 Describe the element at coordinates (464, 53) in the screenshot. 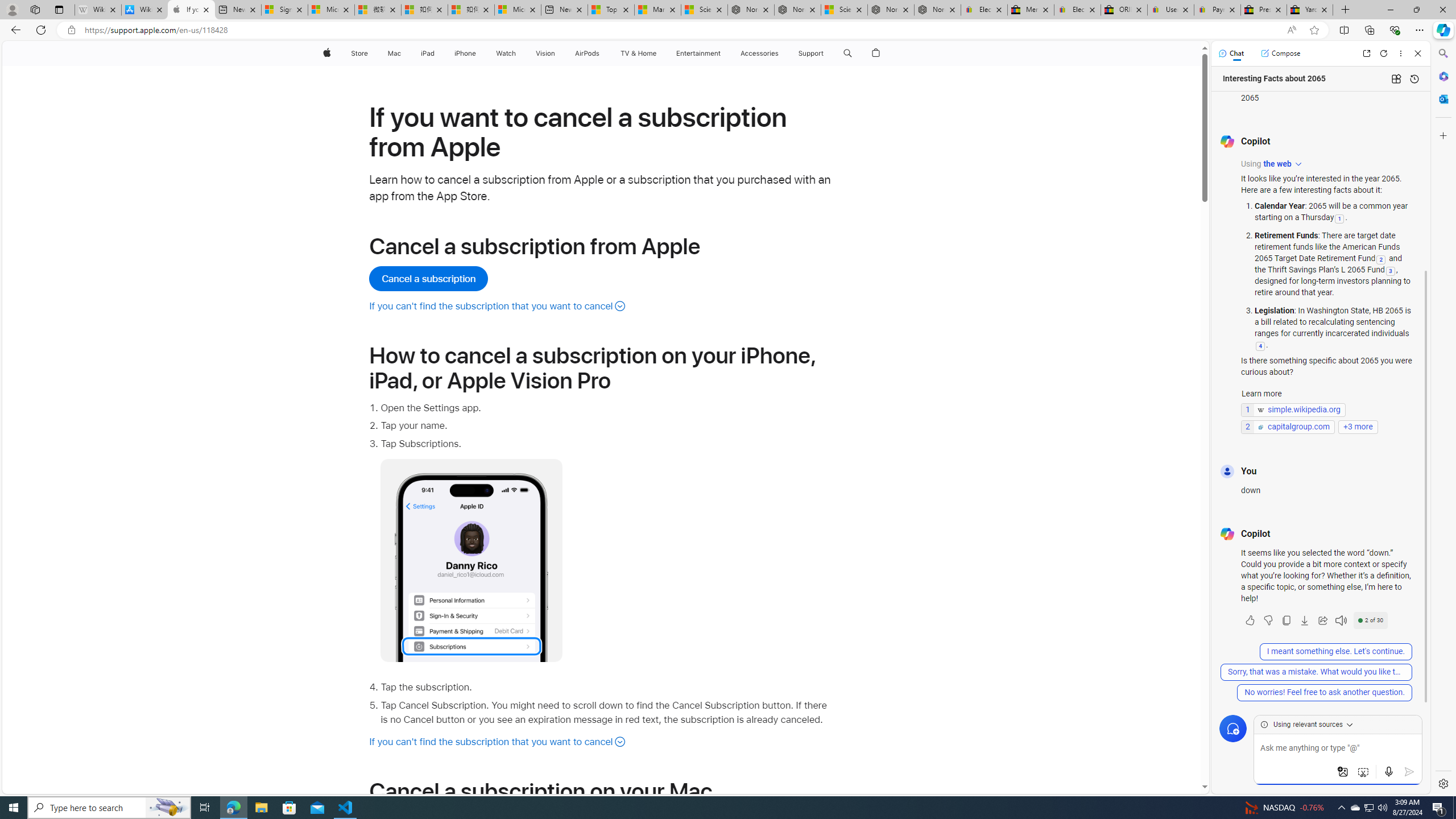

I see `'iPhone'` at that location.